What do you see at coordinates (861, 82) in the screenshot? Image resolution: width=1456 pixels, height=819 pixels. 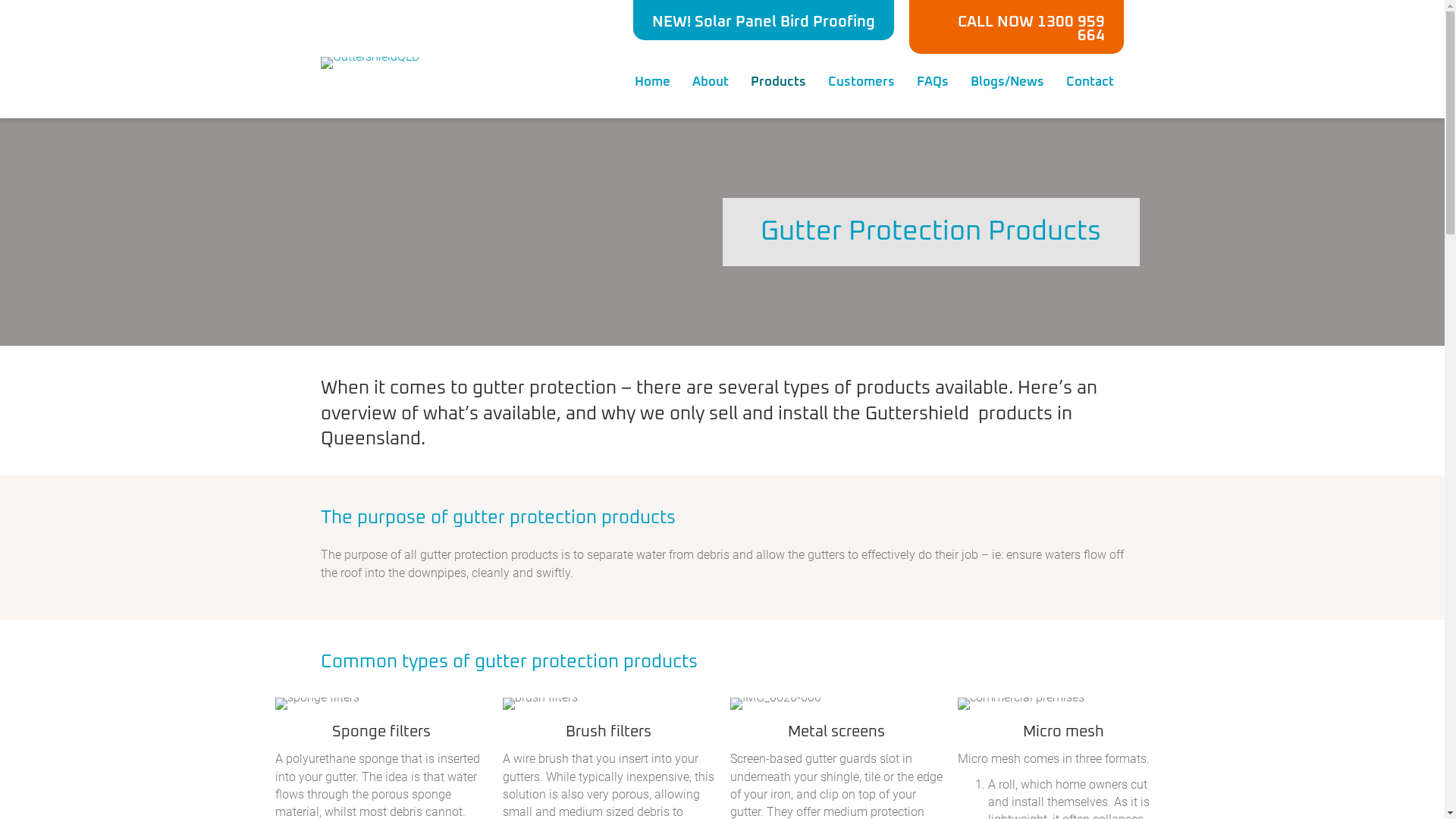 I see `'Customers'` at bounding box center [861, 82].